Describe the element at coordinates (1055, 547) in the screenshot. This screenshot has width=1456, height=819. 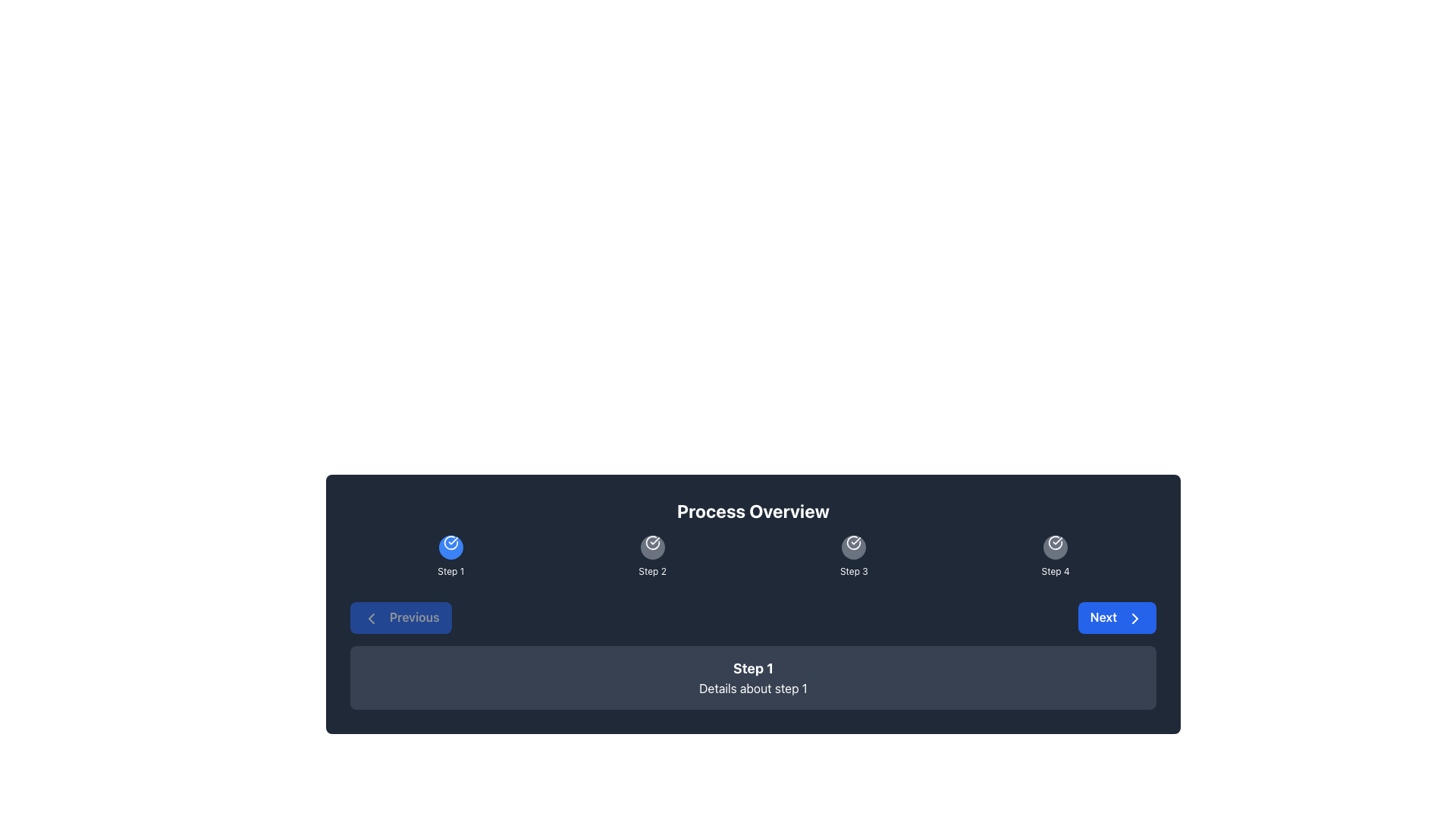
I see `the circular gray button with a white checkmark icon, labeled 'Step 4', which is the fourth step indicator in a horizontal layout` at that location.